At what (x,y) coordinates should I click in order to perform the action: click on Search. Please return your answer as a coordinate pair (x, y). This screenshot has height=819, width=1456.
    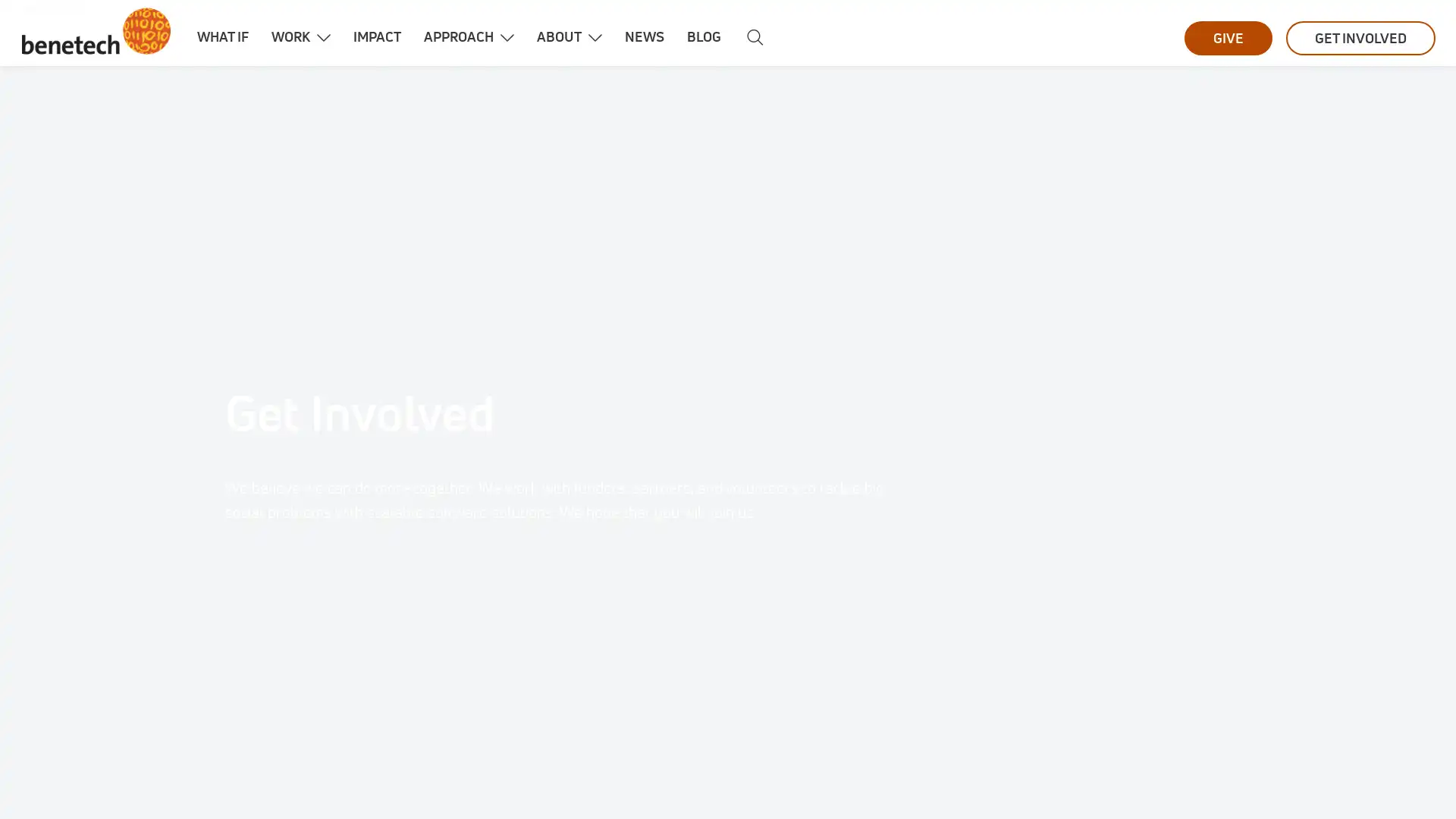
    Looking at the image, I should click on (751, 37).